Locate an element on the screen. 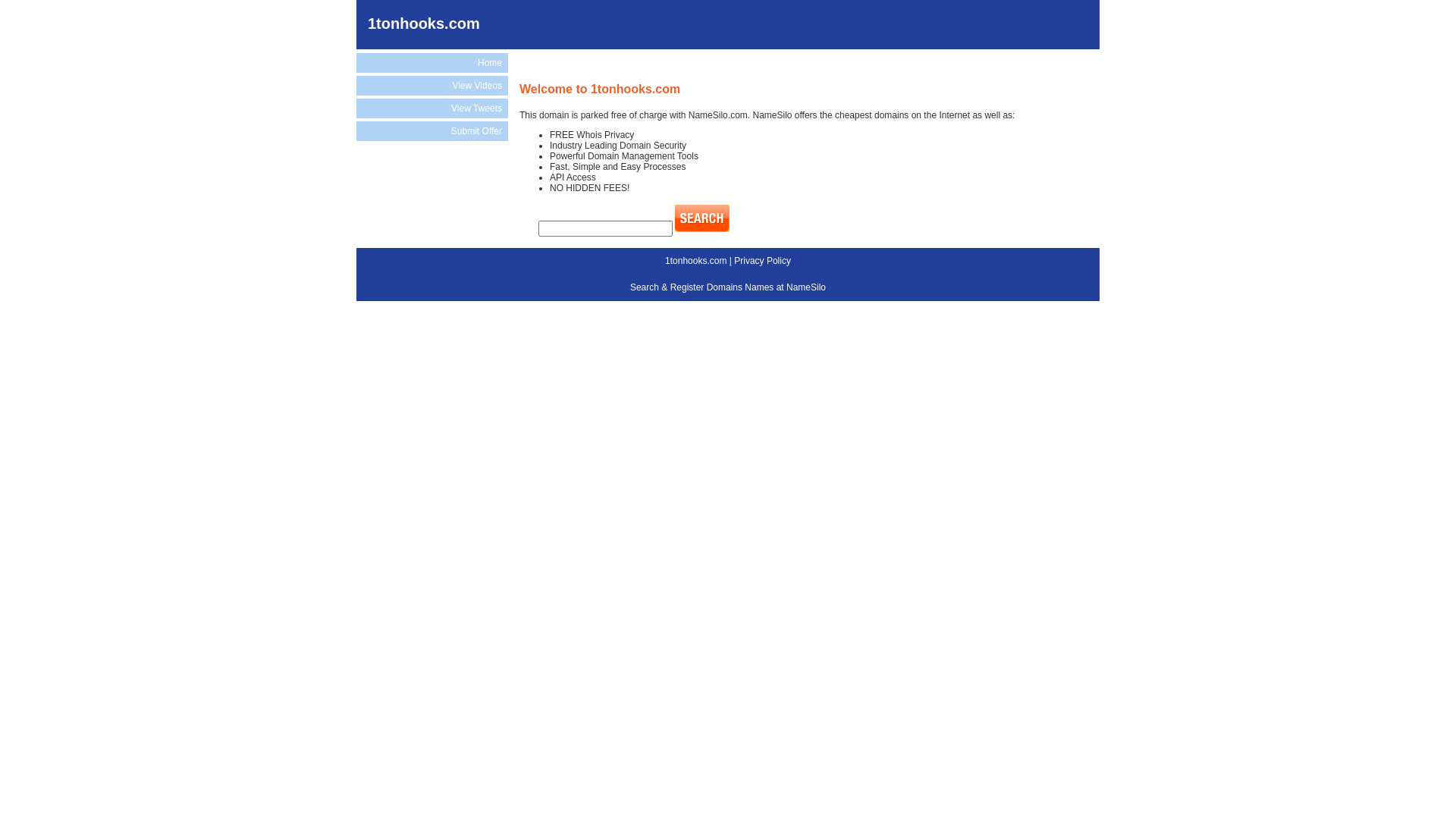 The image size is (1456, 819). 'Privacy Policy' is located at coordinates (762, 259).